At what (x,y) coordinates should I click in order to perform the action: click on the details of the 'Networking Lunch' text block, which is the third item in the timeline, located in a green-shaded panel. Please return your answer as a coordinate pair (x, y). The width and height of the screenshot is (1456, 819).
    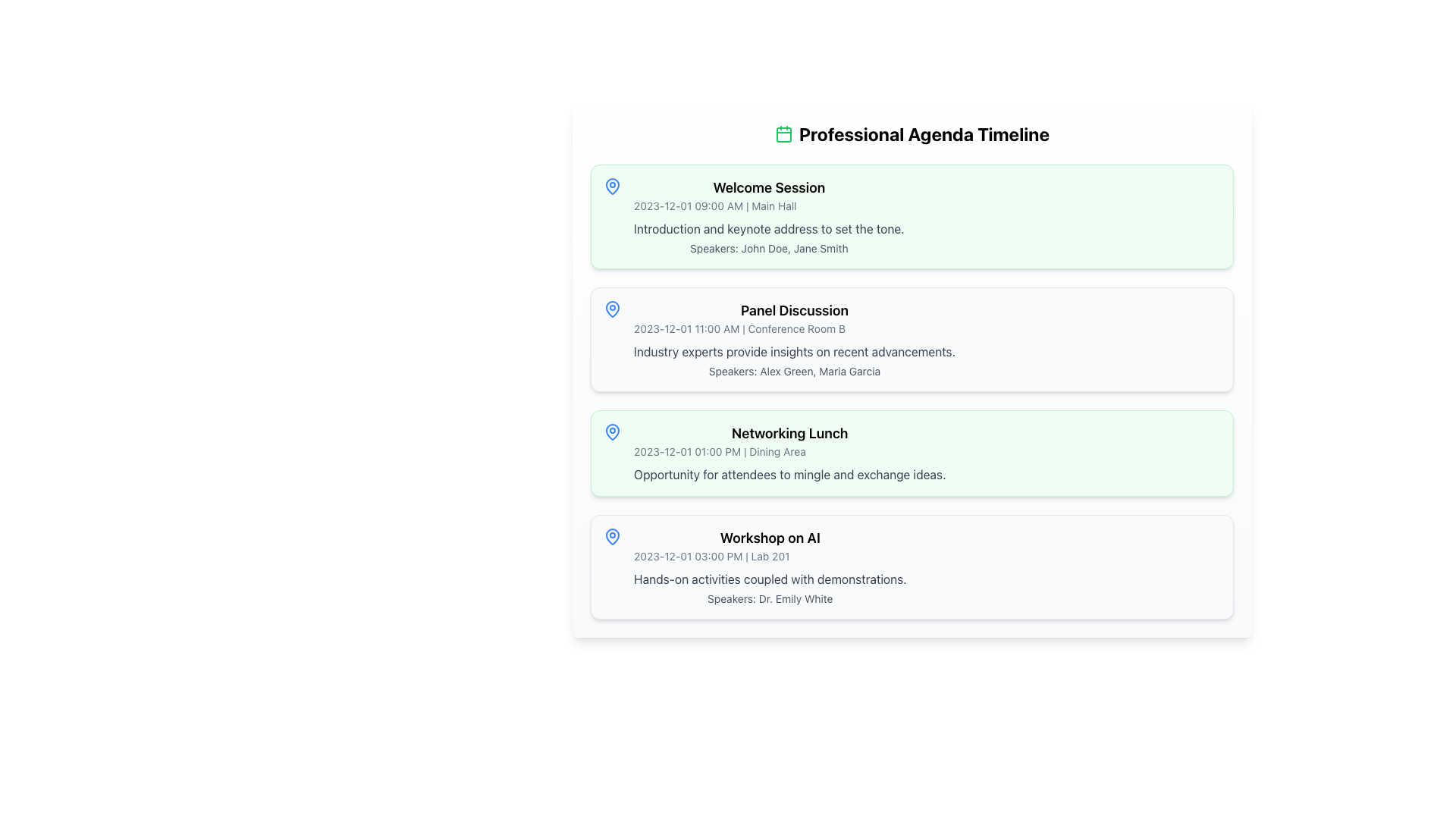
    Looking at the image, I should click on (912, 452).